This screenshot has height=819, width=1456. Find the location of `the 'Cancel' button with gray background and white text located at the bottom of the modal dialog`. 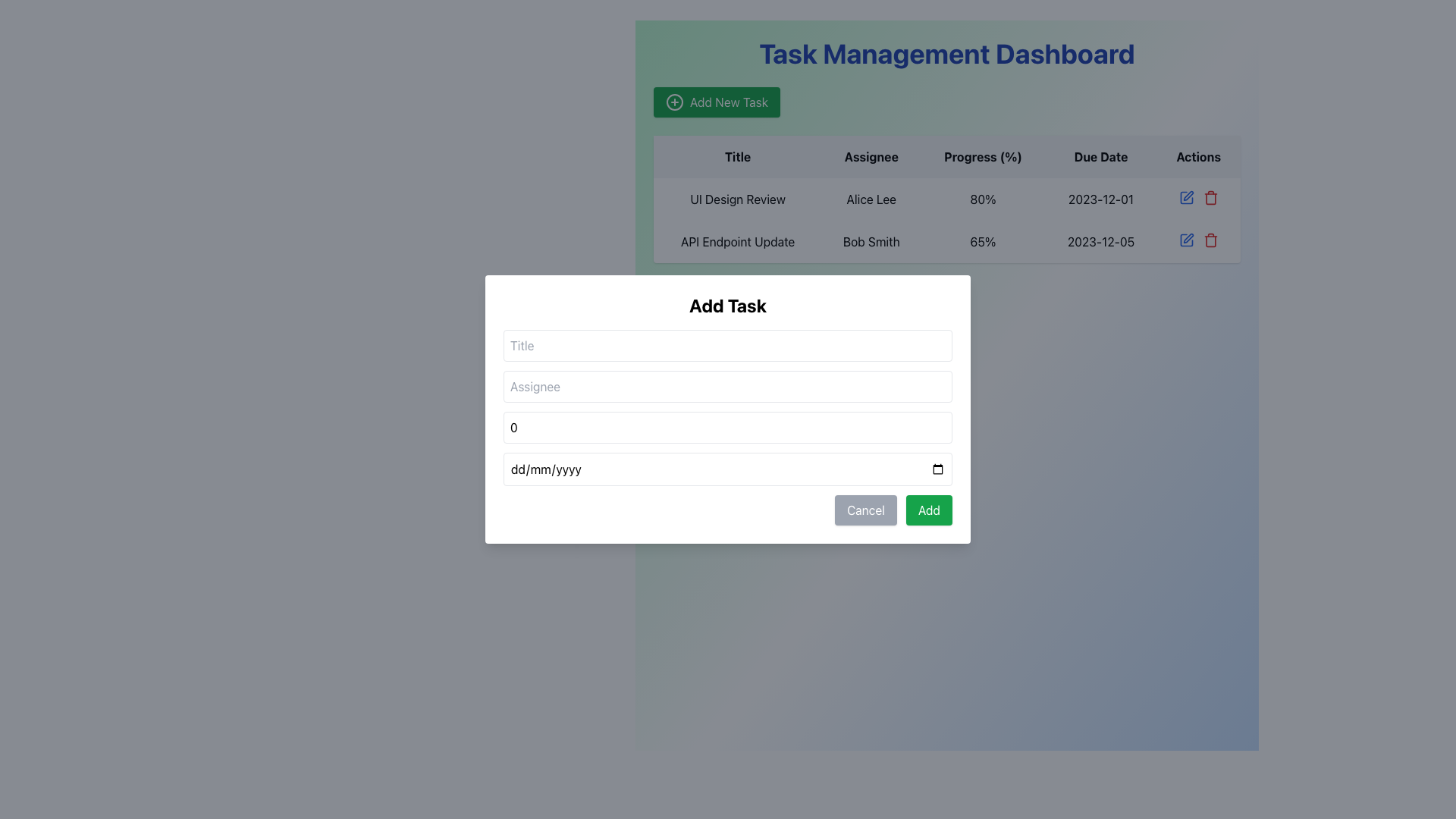

the 'Cancel' button with gray background and white text located at the bottom of the modal dialog is located at coordinates (866, 510).